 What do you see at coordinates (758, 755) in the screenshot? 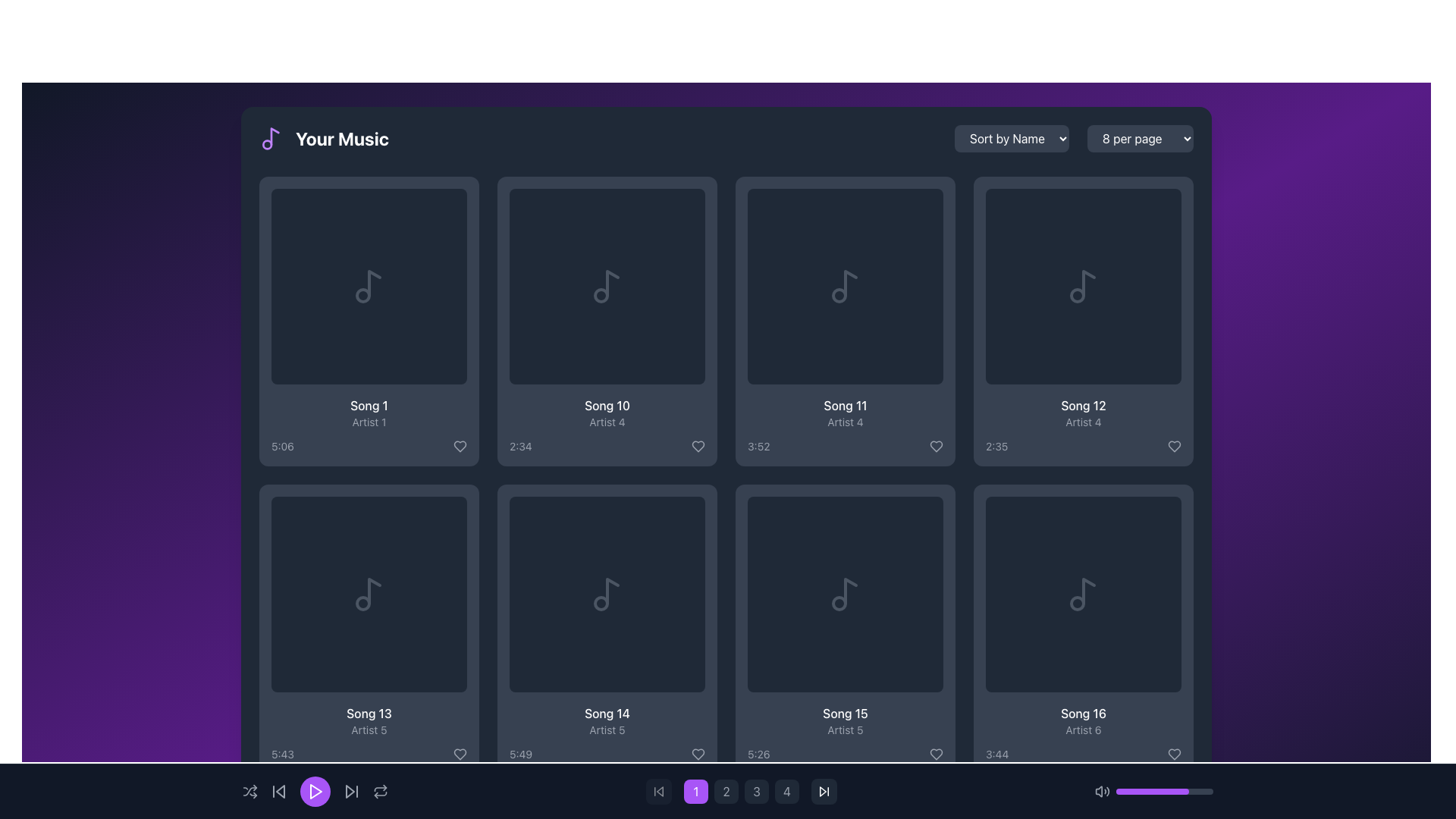
I see `the text label displaying the duration of the song 'Song 15', located in the bottom-right corner of the album item` at bounding box center [758, 755].